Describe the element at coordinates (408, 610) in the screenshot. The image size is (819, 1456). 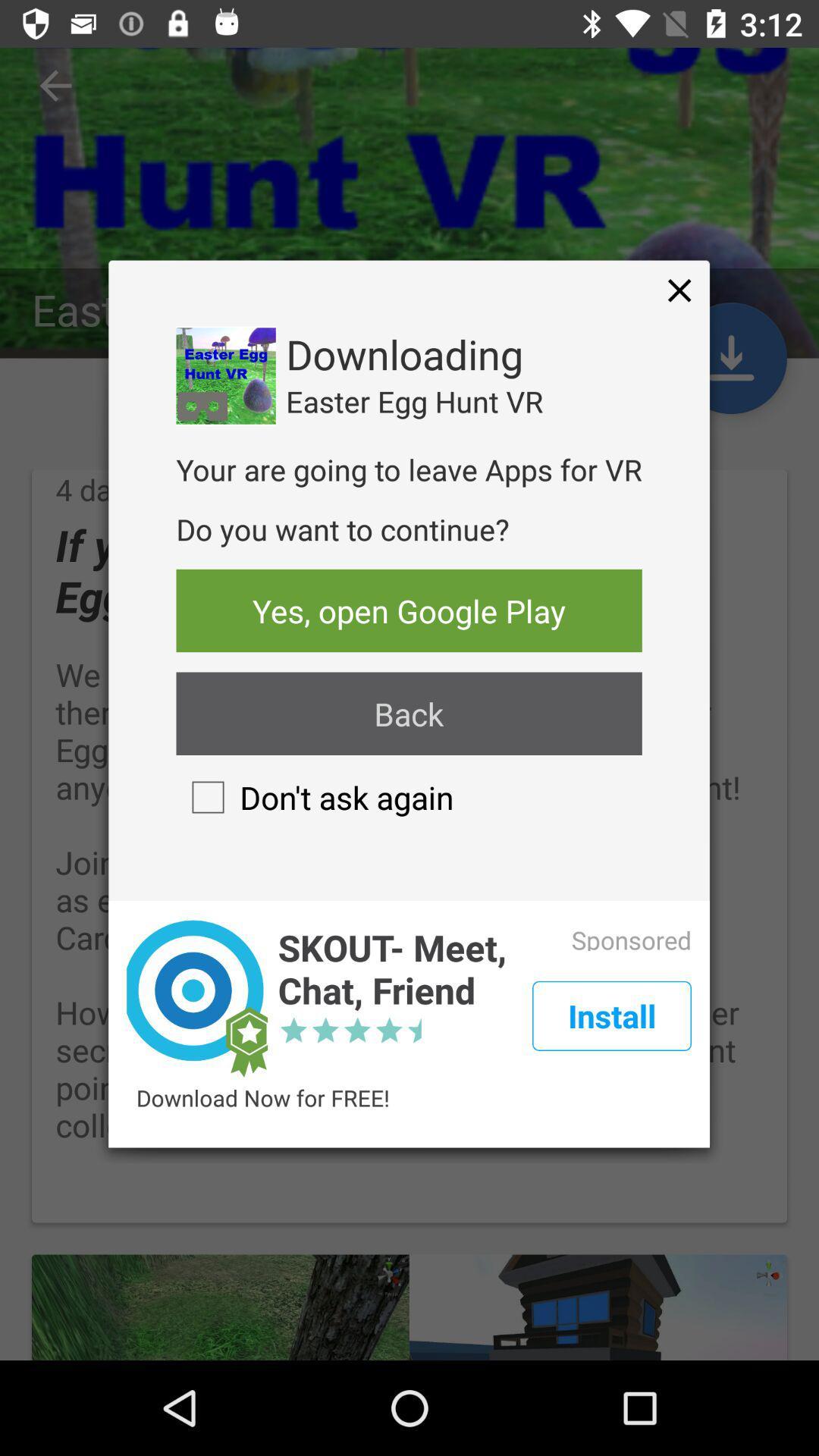
I see `the item below the do you want icon` at that location.